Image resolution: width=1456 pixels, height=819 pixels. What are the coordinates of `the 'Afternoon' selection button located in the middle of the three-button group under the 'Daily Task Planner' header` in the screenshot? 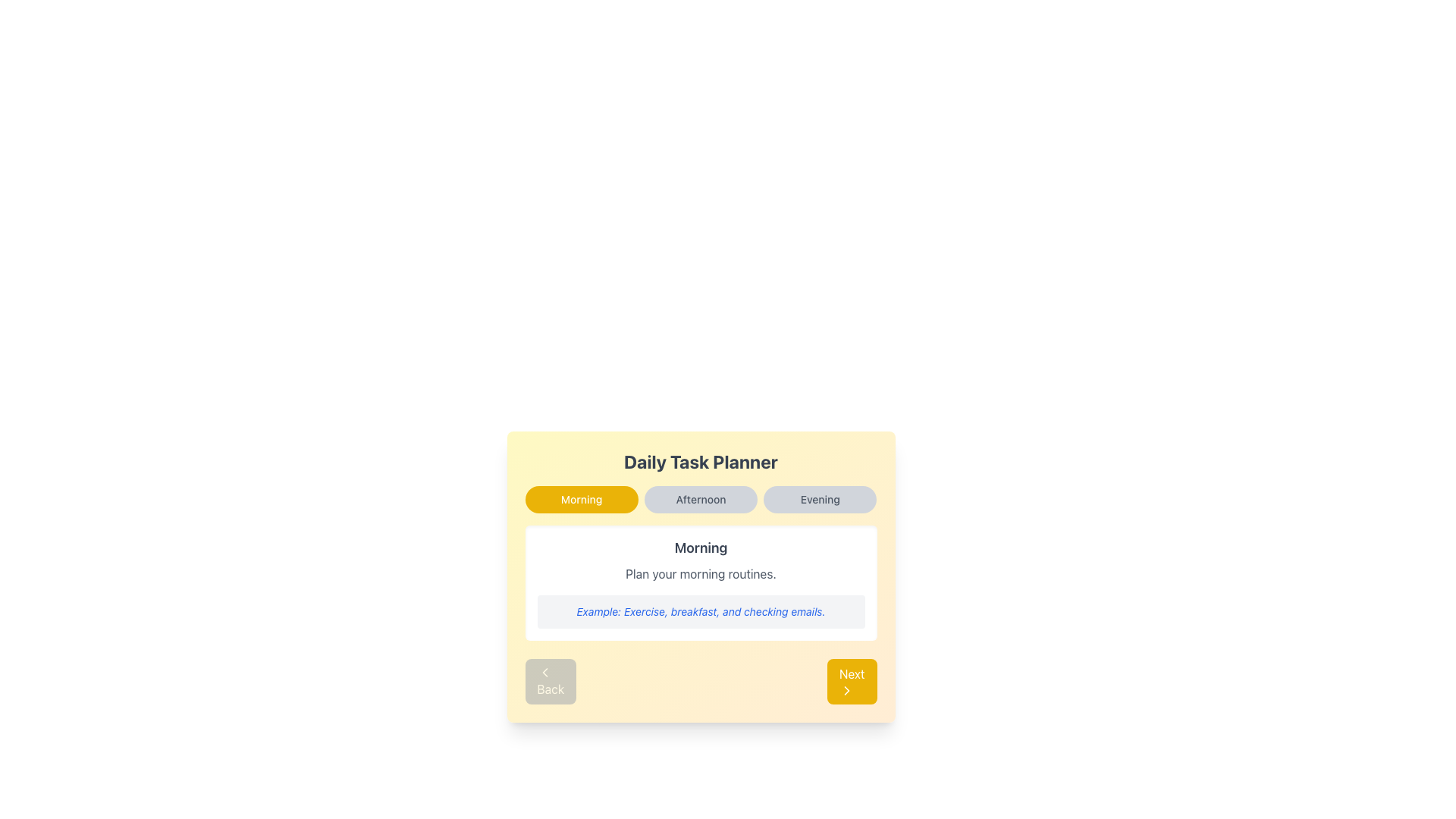 It's located at (700, 500).